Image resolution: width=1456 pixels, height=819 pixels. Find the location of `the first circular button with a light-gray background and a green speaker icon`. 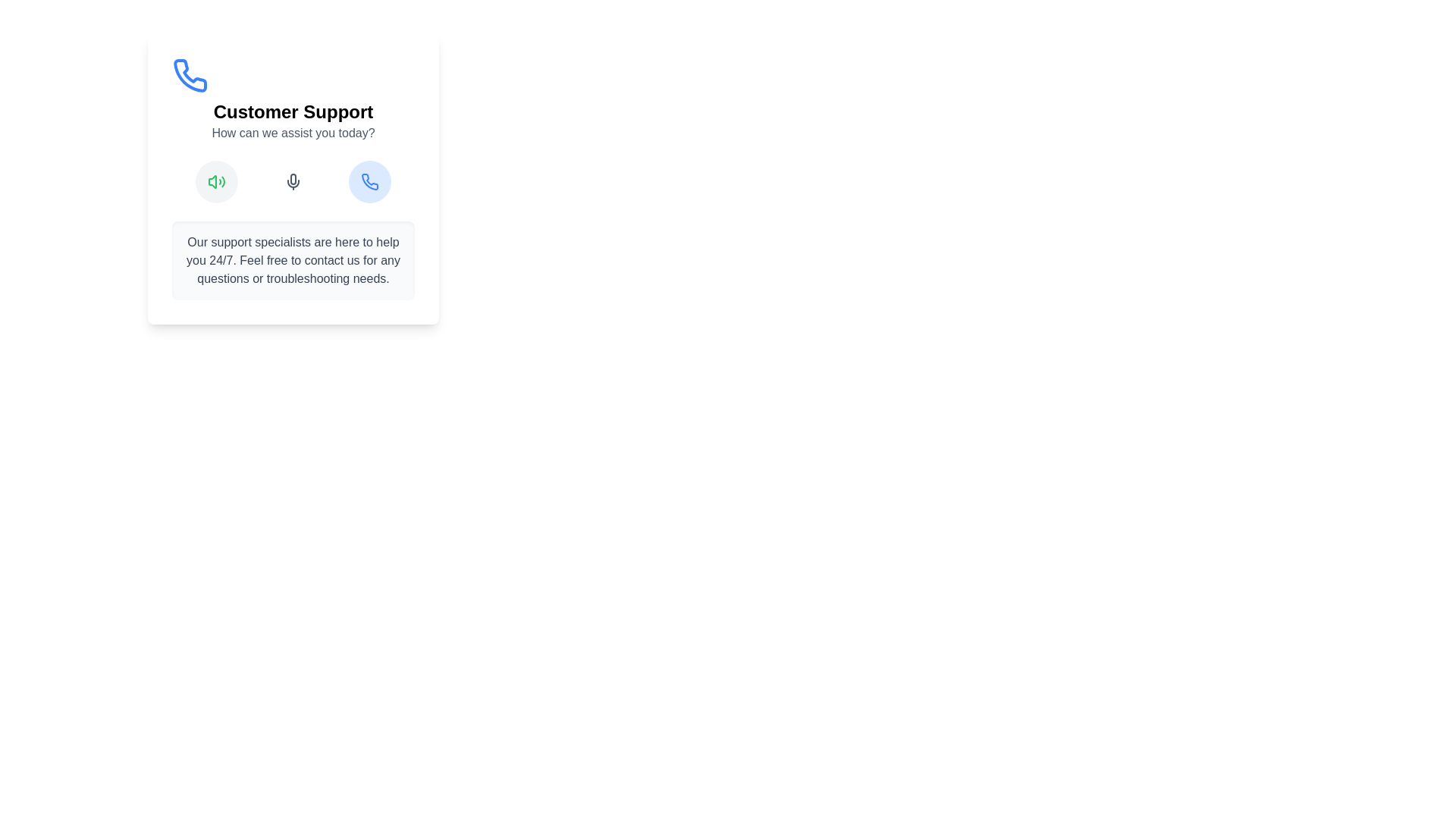

the first circular button with a light-gray background and a green speaker icon is located at coordinates (215, 180).